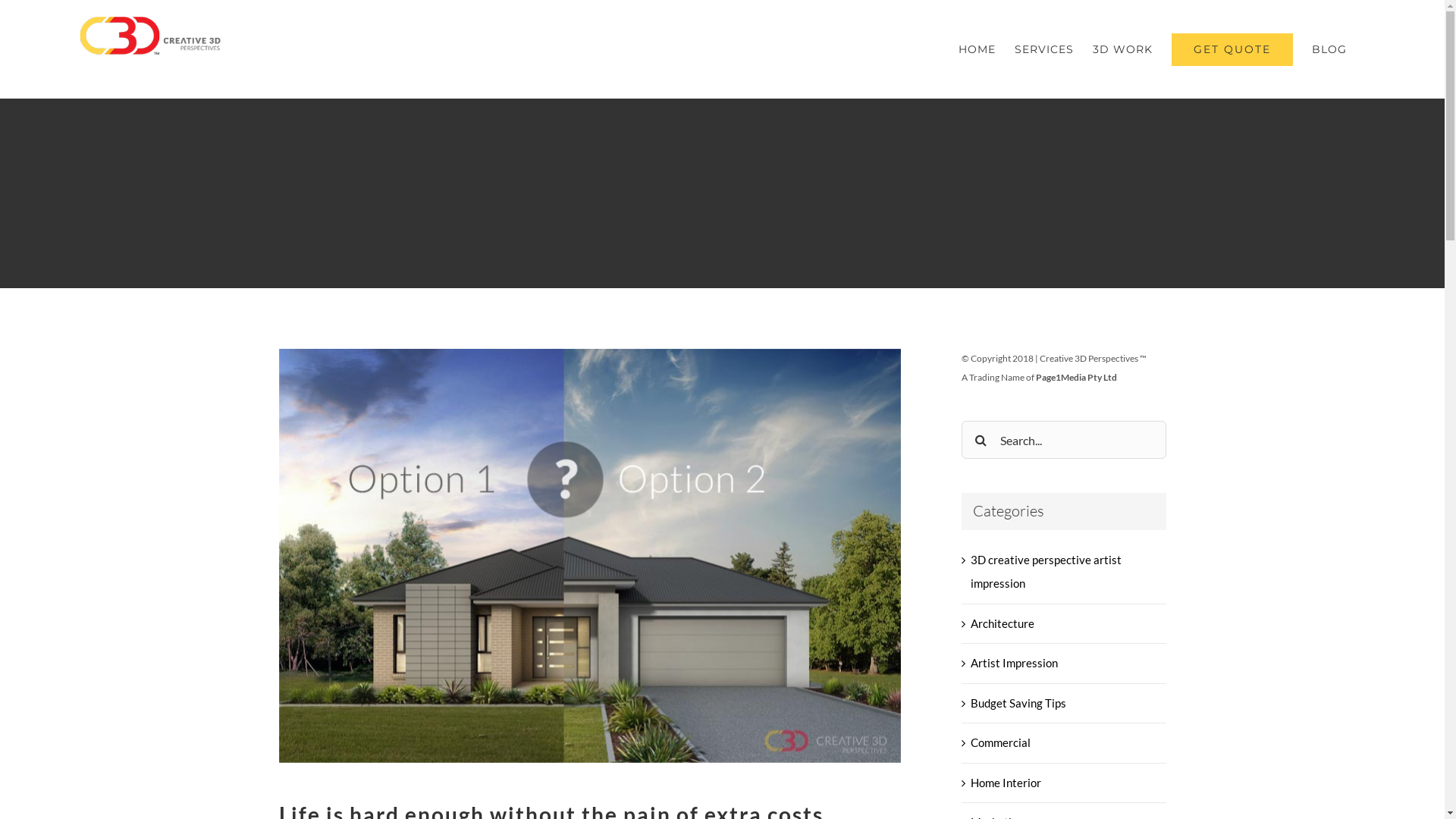  What do you see at coordinates (1063, 623) in the screenshot?
I see `'Architecture'` at bounding box center [1063, 623].